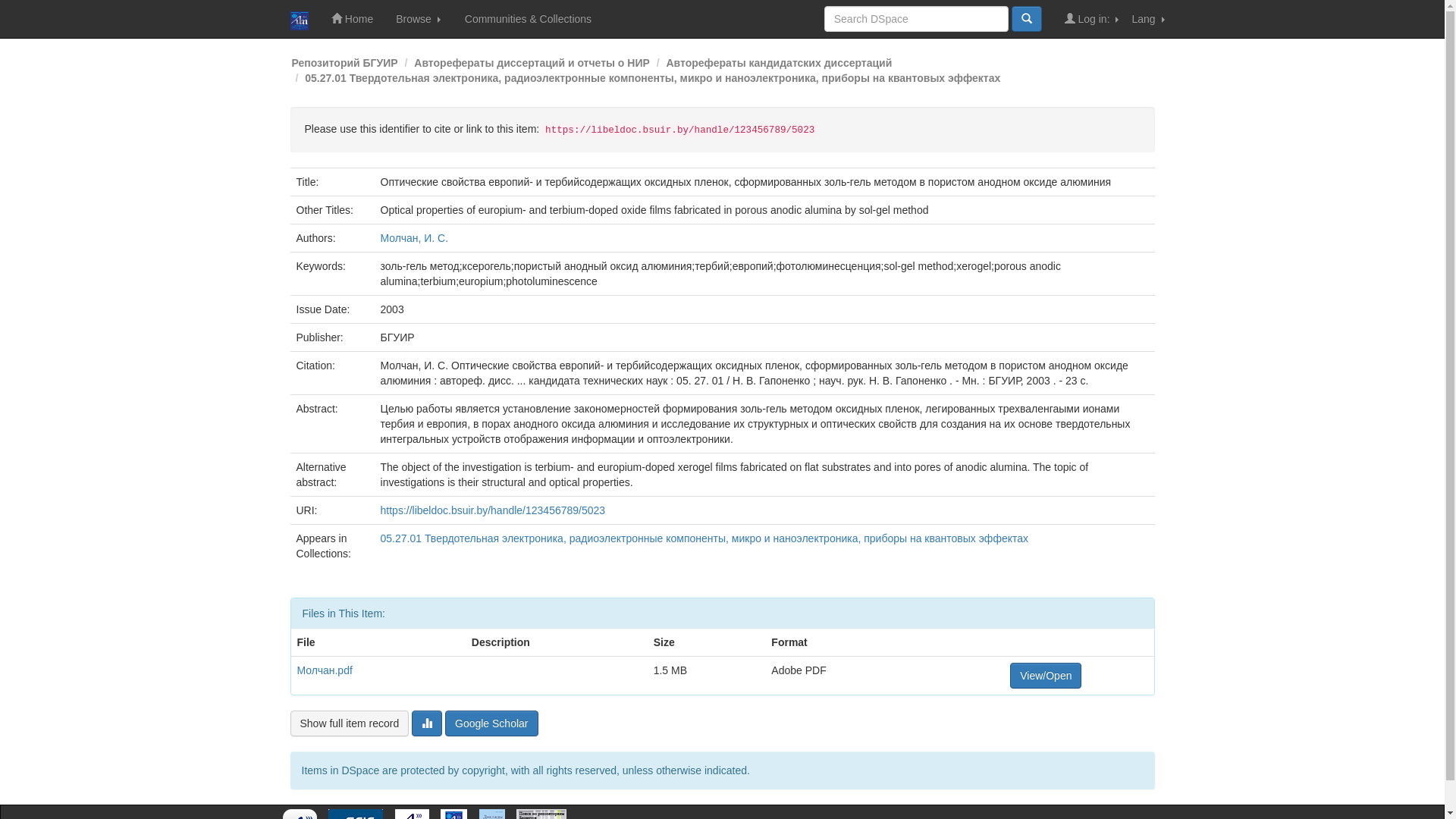  I want to click on 'Show full item record', so click(348, 722).